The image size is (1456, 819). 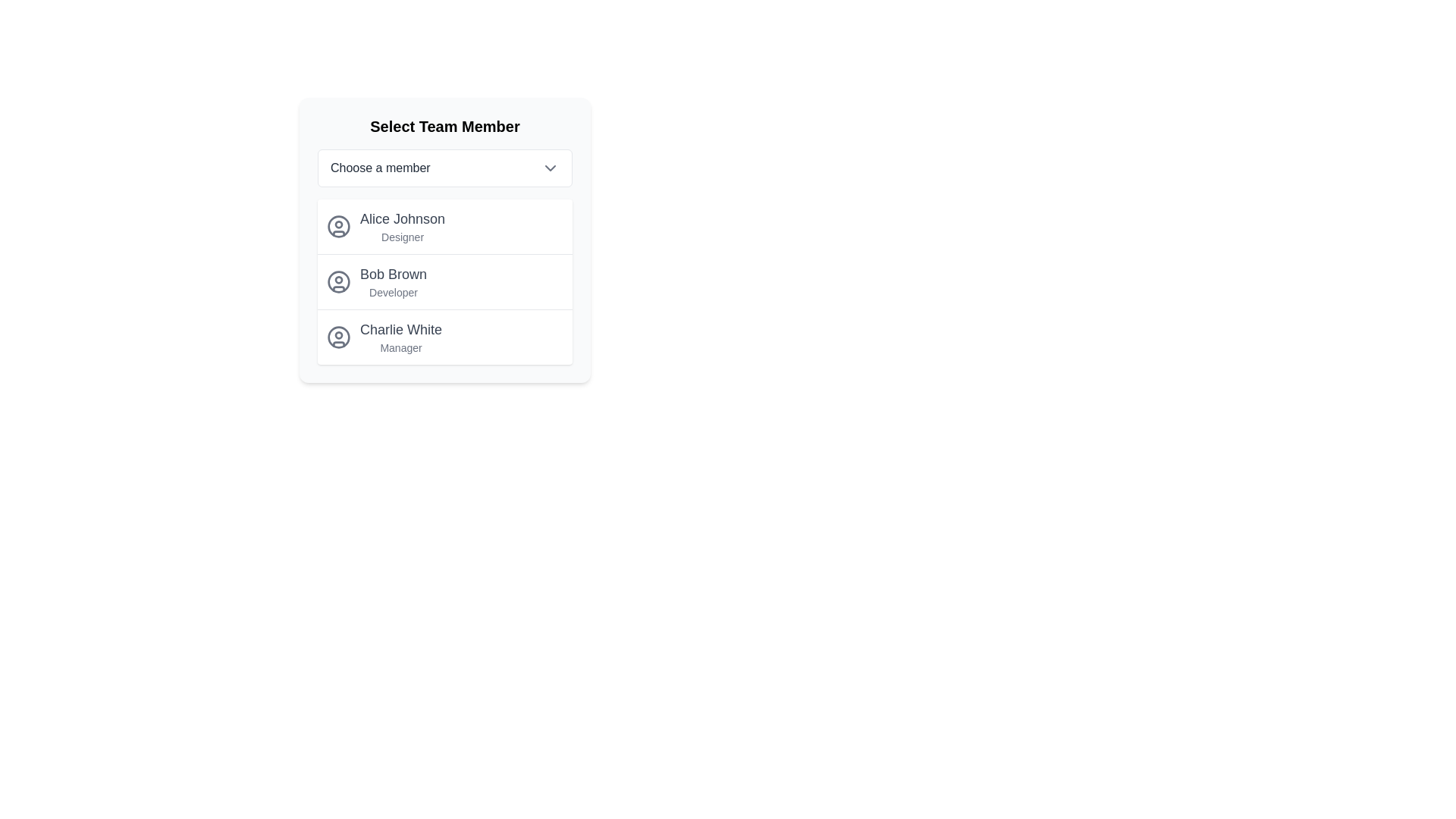 What do you see at coordinates (377, 281) in the screenshot?
I see `the Profile entry for 'Bob Brown', which includes a circular grayscale avatar and the name 'Bob Brown' followed by the title 'Developer'. This entry is the second in a list of team members` at bounding box center [377, 281].